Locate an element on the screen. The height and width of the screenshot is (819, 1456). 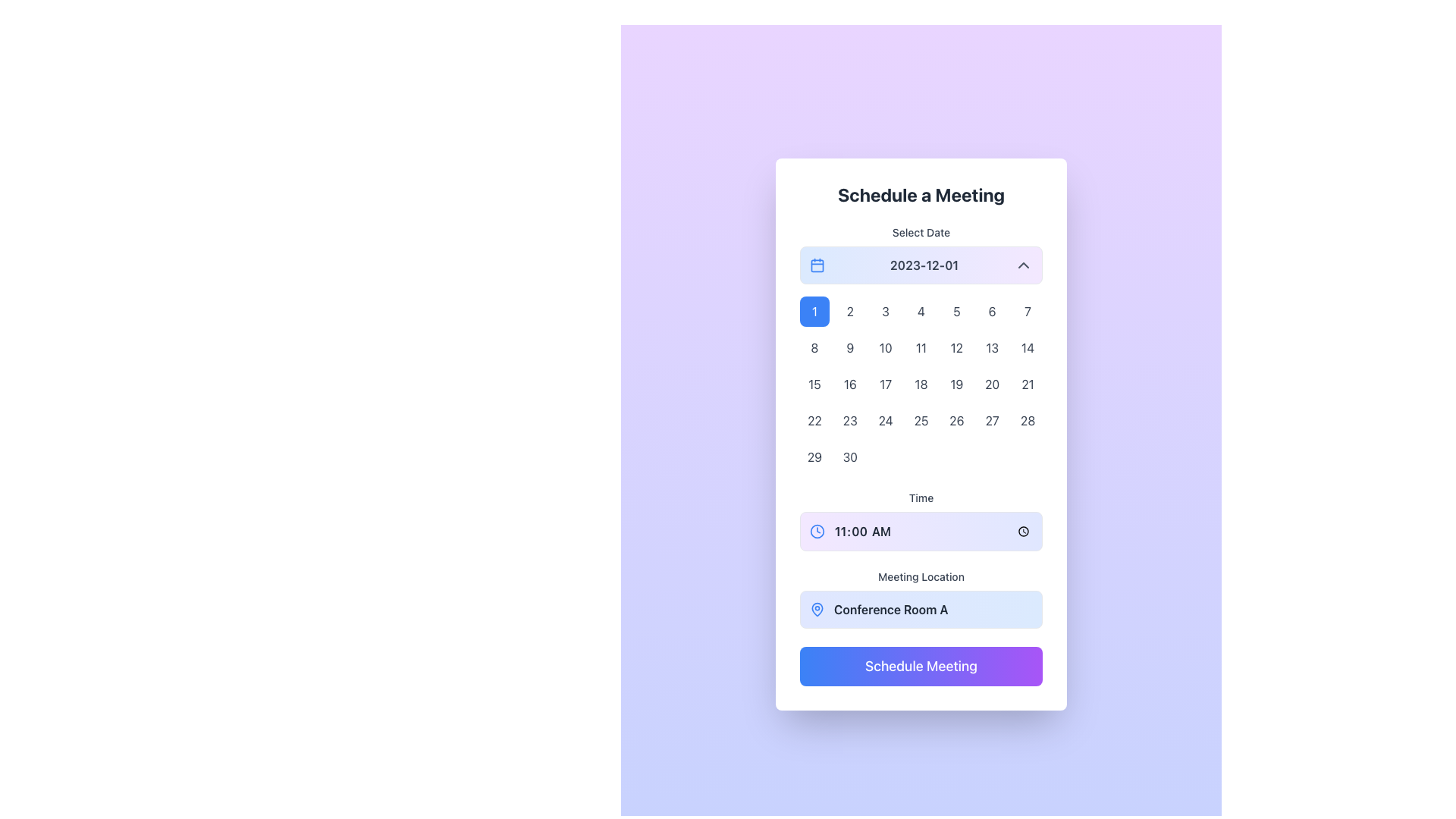
on the text input field for meeting location, which is within a bordered, rounded rectangle with a gradient background, located is located at coordinates (932, 608).